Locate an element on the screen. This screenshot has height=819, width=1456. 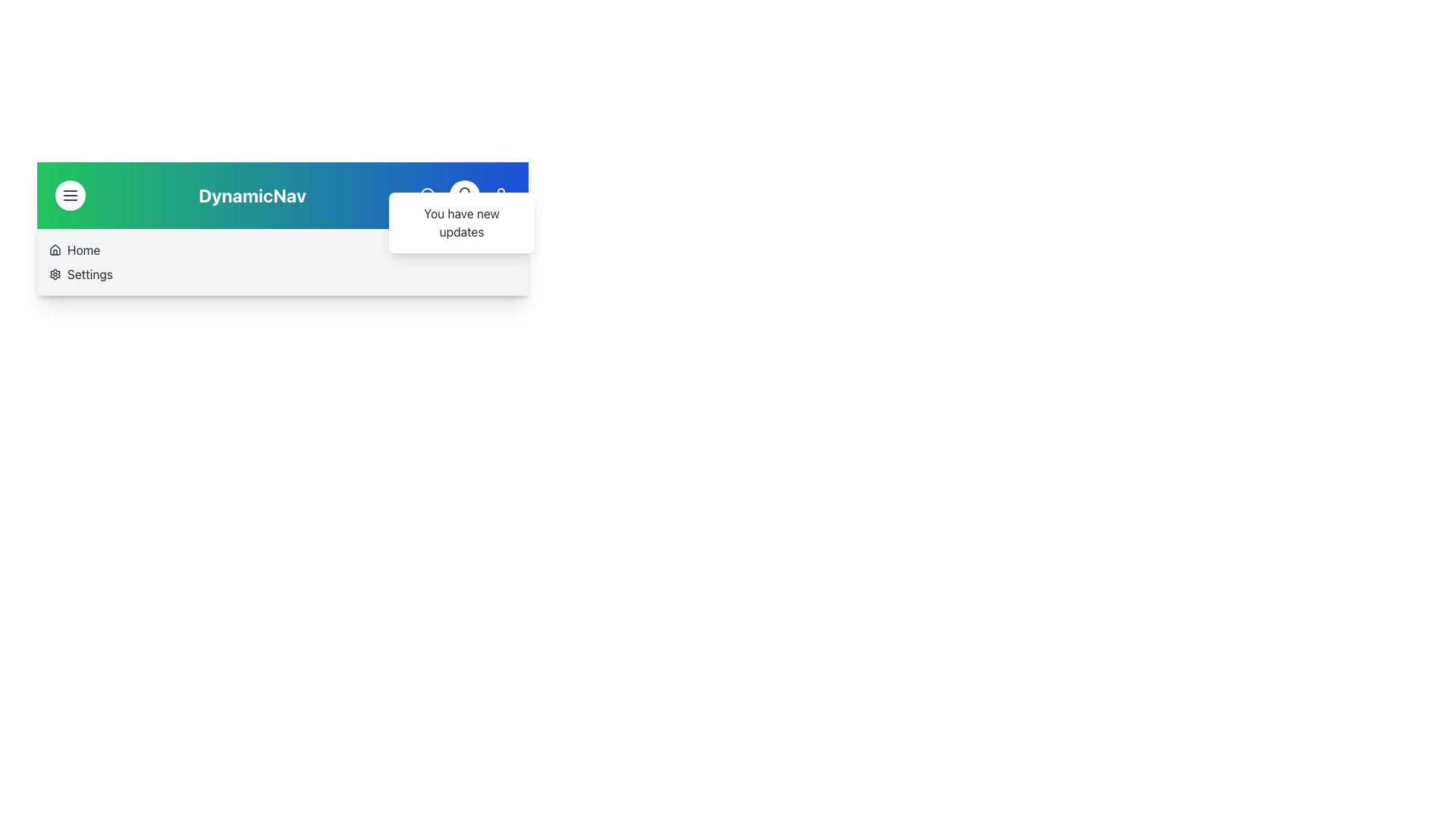
the notification button located in the top-right corner of the navigation bar is located at coordinates (464, 195).